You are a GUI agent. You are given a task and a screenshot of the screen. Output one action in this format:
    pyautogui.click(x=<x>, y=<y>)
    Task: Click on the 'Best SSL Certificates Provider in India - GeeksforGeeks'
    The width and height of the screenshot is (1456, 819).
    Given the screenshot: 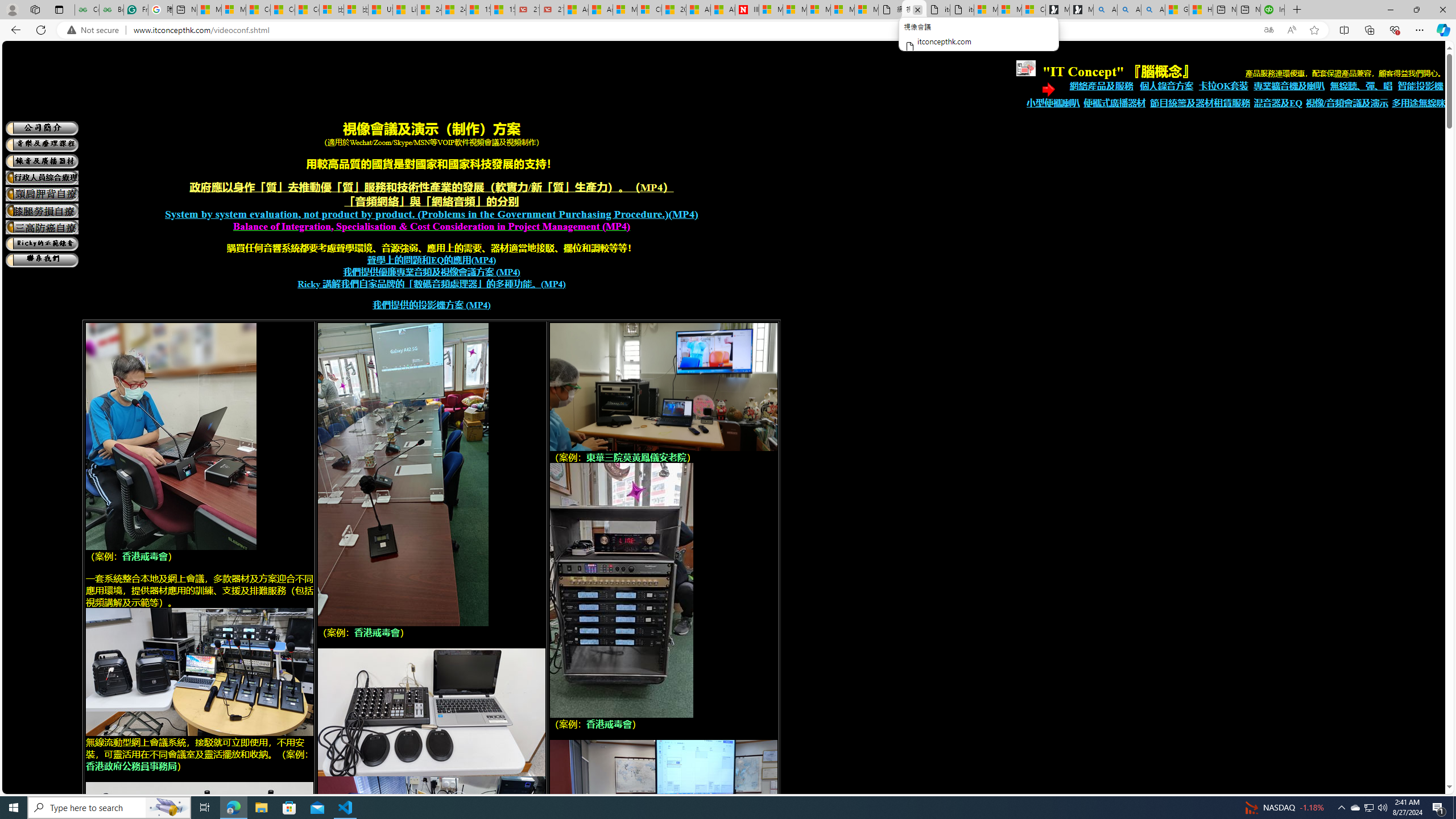 What is the action you would take?
    pyautogui.click(x=111, y=9)
    